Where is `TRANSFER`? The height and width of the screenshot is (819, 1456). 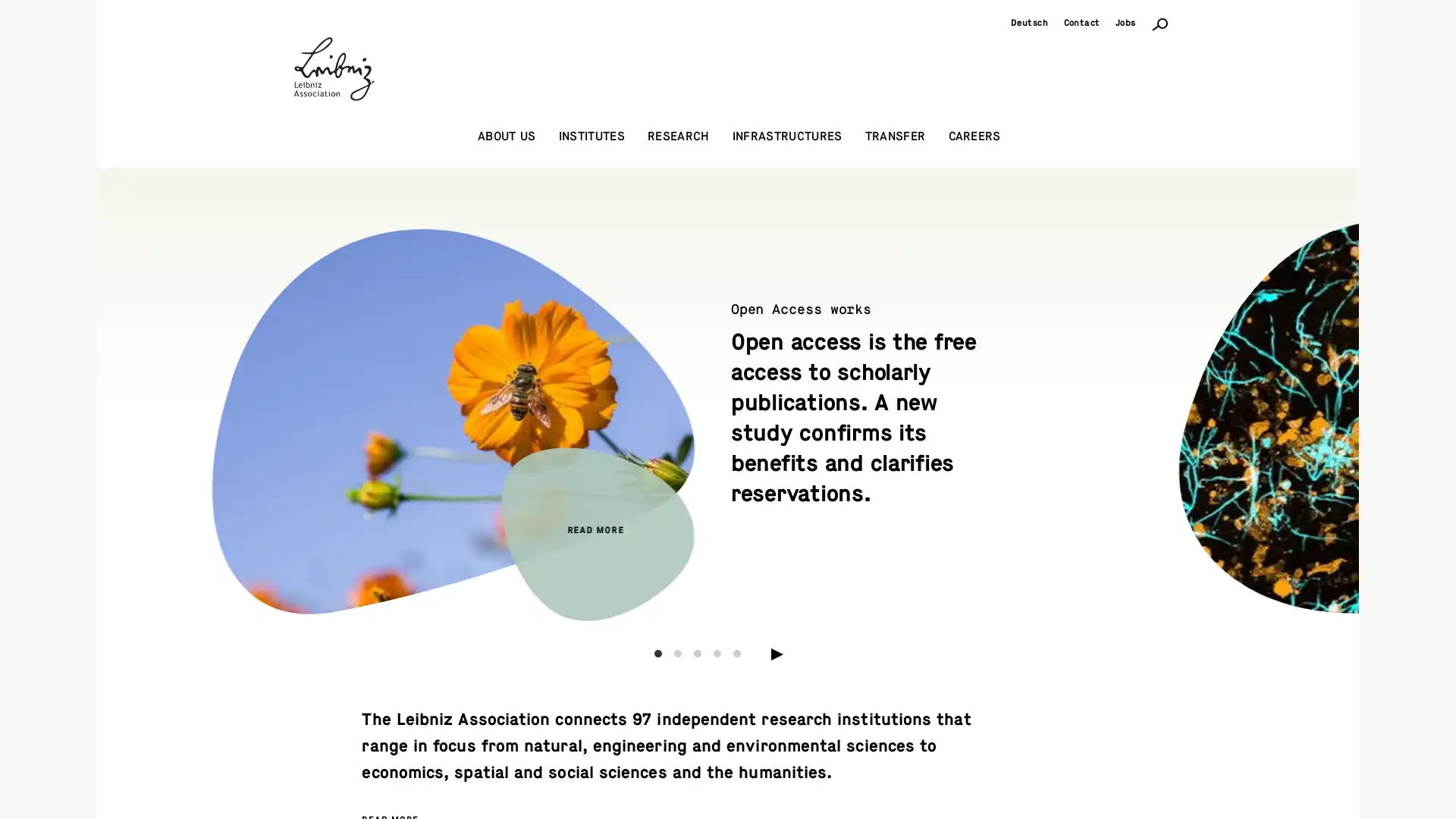
TRANSFER is located at coordinates (895, 136).